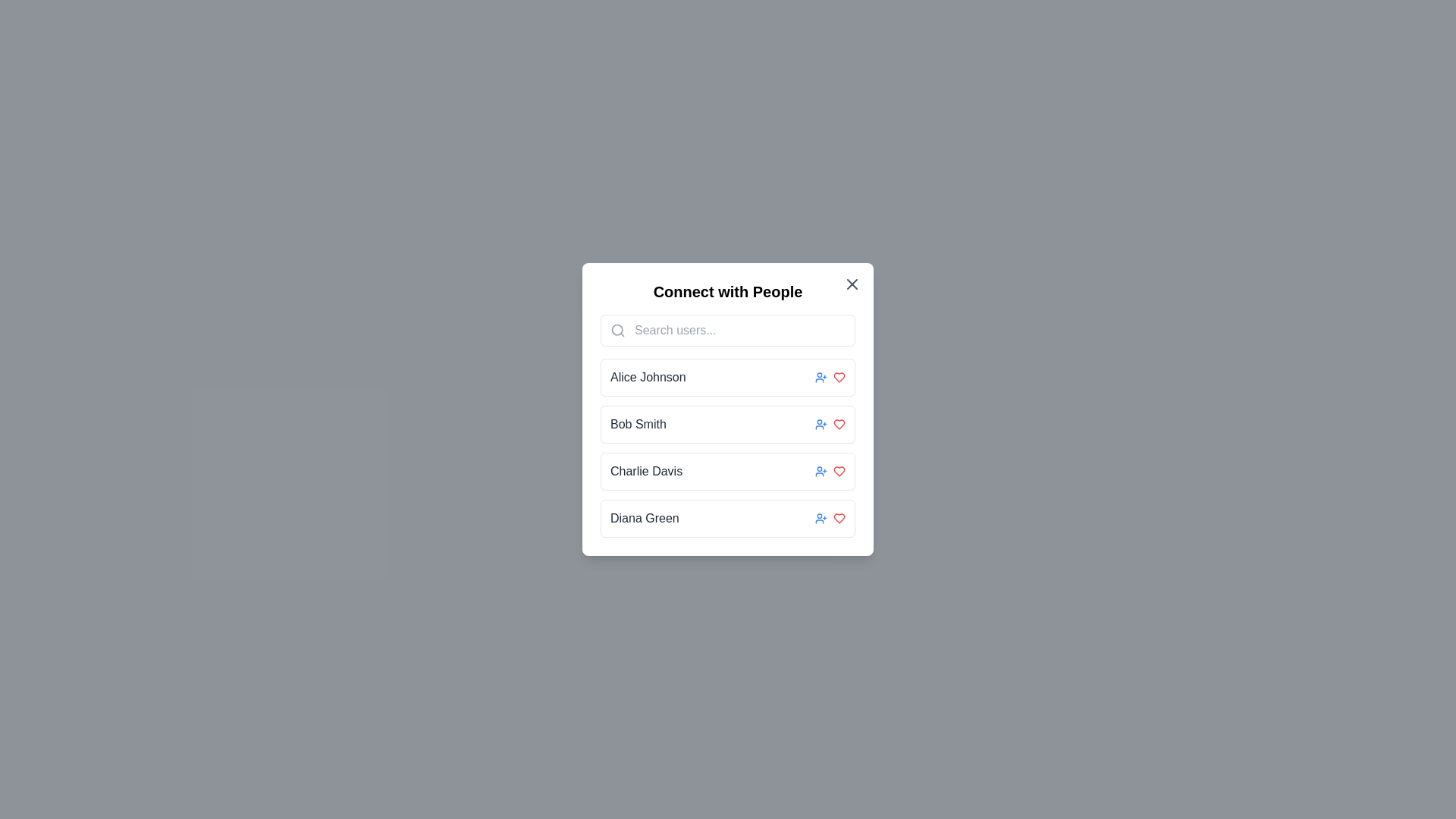 The width and height of the screenshot is (1456, 819). Describe the element at coordinates (821, 470) in the screenshot. I see `the small blue icon resembling a person with a plus sign located to the right of 'Charlie Davis' in the third row of the list within the modal` at that location.